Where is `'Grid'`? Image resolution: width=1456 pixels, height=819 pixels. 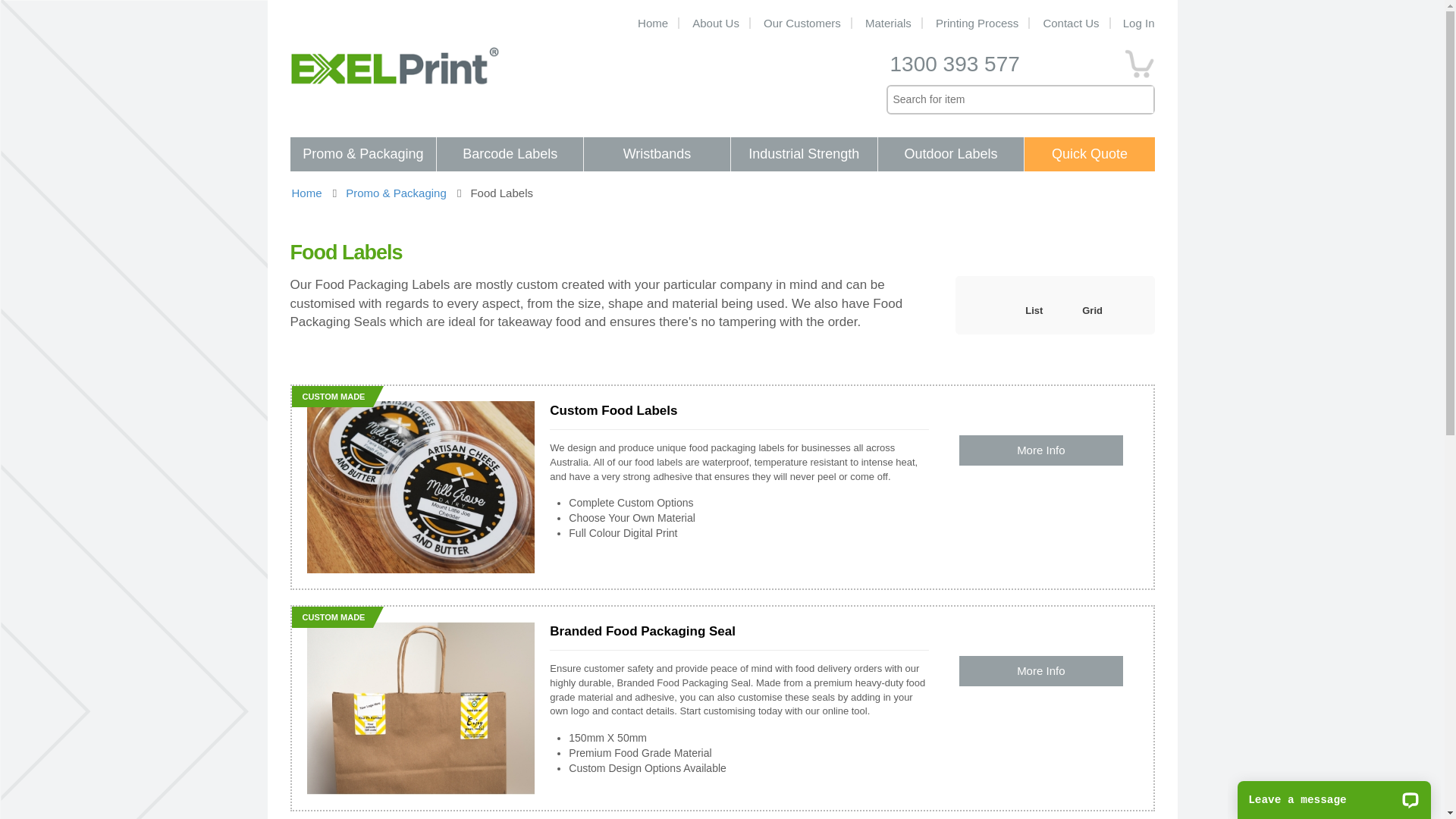 'Grid' is located at coordinates (1092, 309).